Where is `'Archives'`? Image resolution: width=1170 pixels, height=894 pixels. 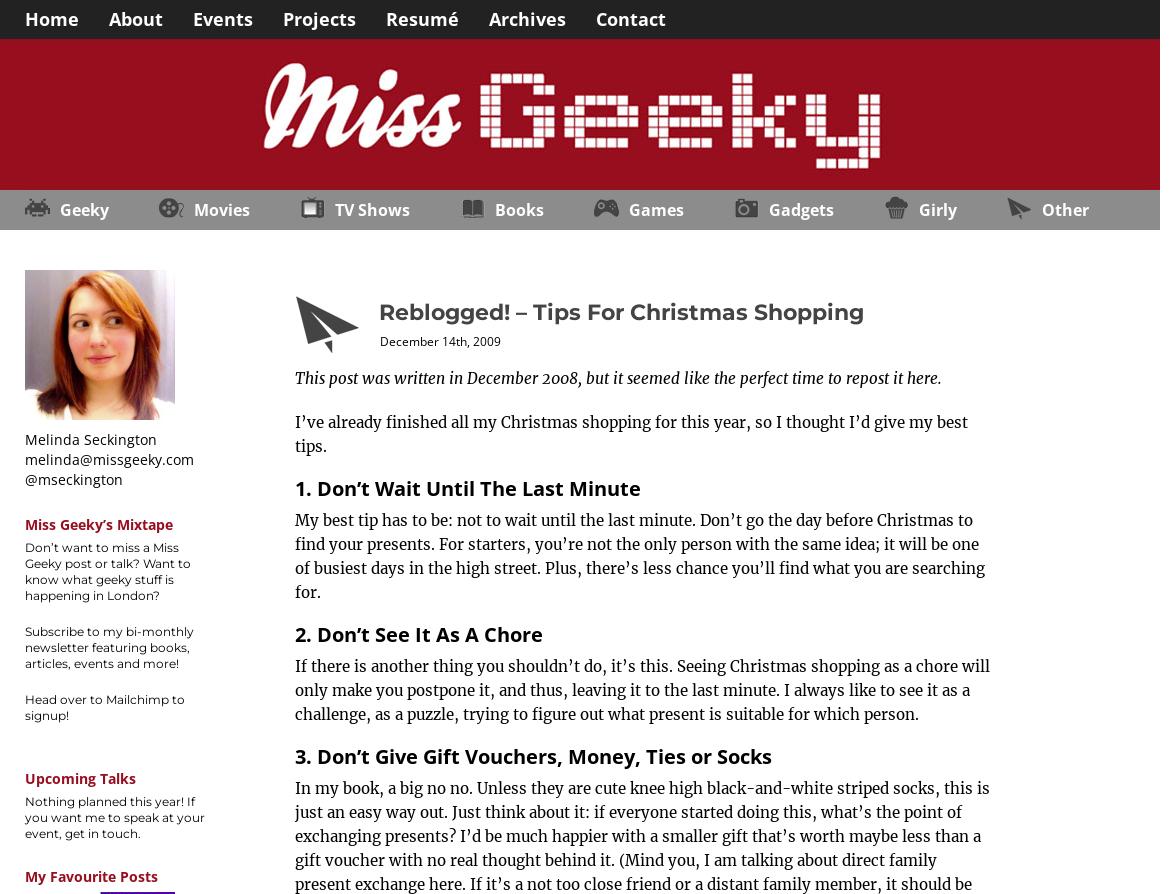 'Archives' is located at coordinates (488, 19).